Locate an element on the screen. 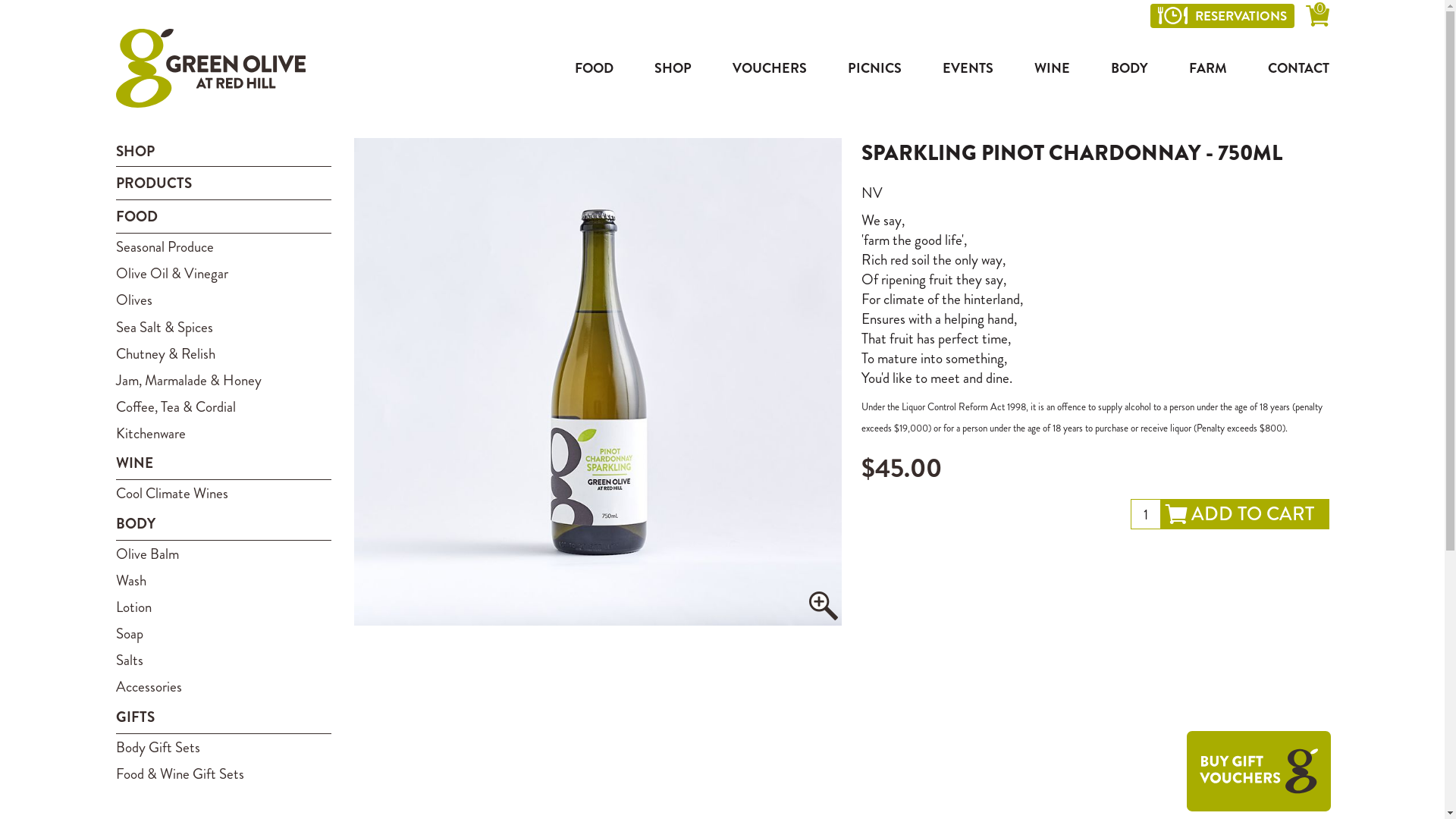  'Seasonal Produce' is located at coordinates (222, 246).